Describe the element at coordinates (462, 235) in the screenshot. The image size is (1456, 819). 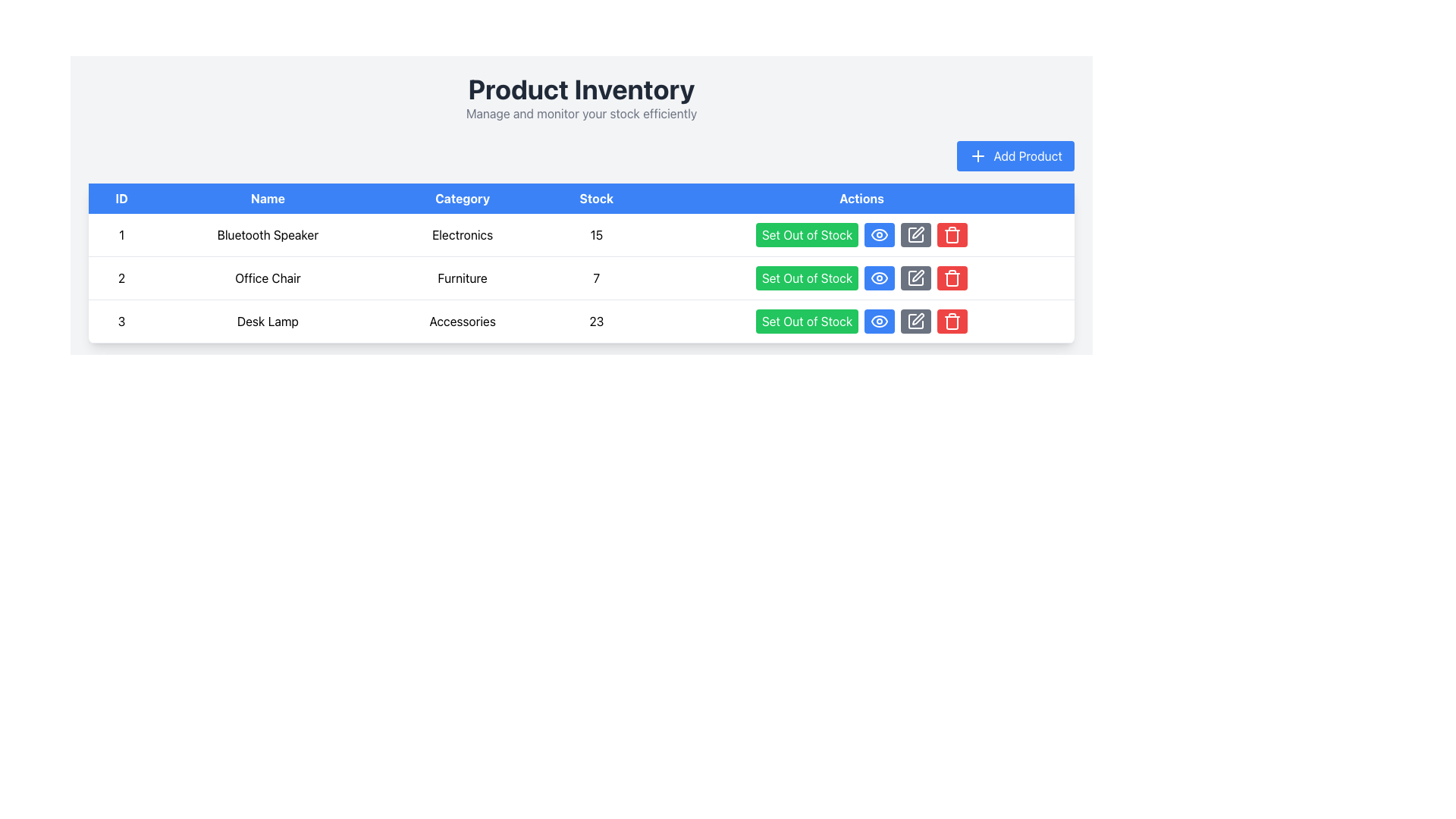
I see `the table cell in the 'Category' column of the first row under 'Product Inventory', which displays the product classification for 'Bluetooth Speaker'` at that location.